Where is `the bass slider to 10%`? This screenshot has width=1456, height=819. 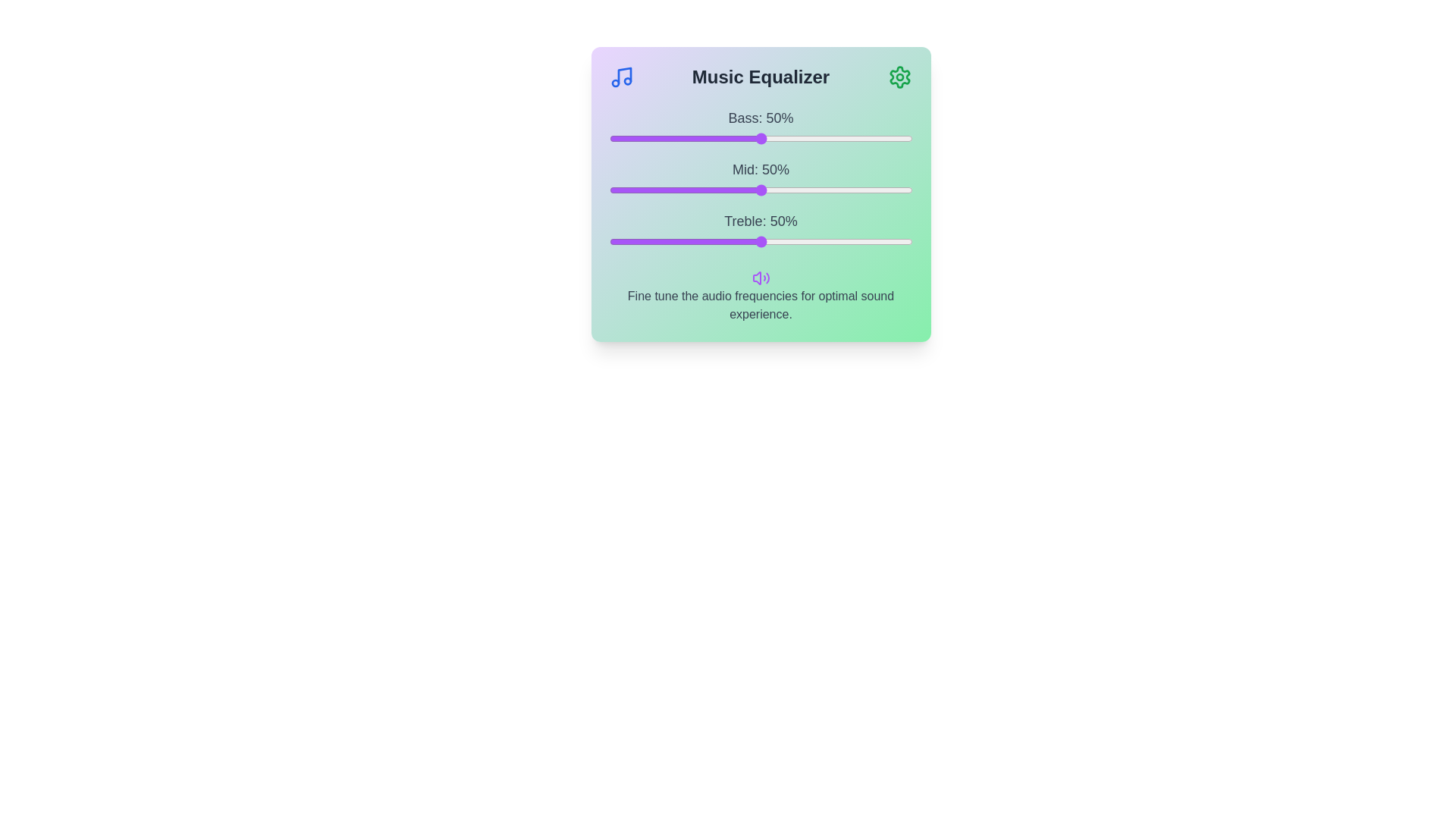
the bass slider to 10% is located at coordinates (639, 138).